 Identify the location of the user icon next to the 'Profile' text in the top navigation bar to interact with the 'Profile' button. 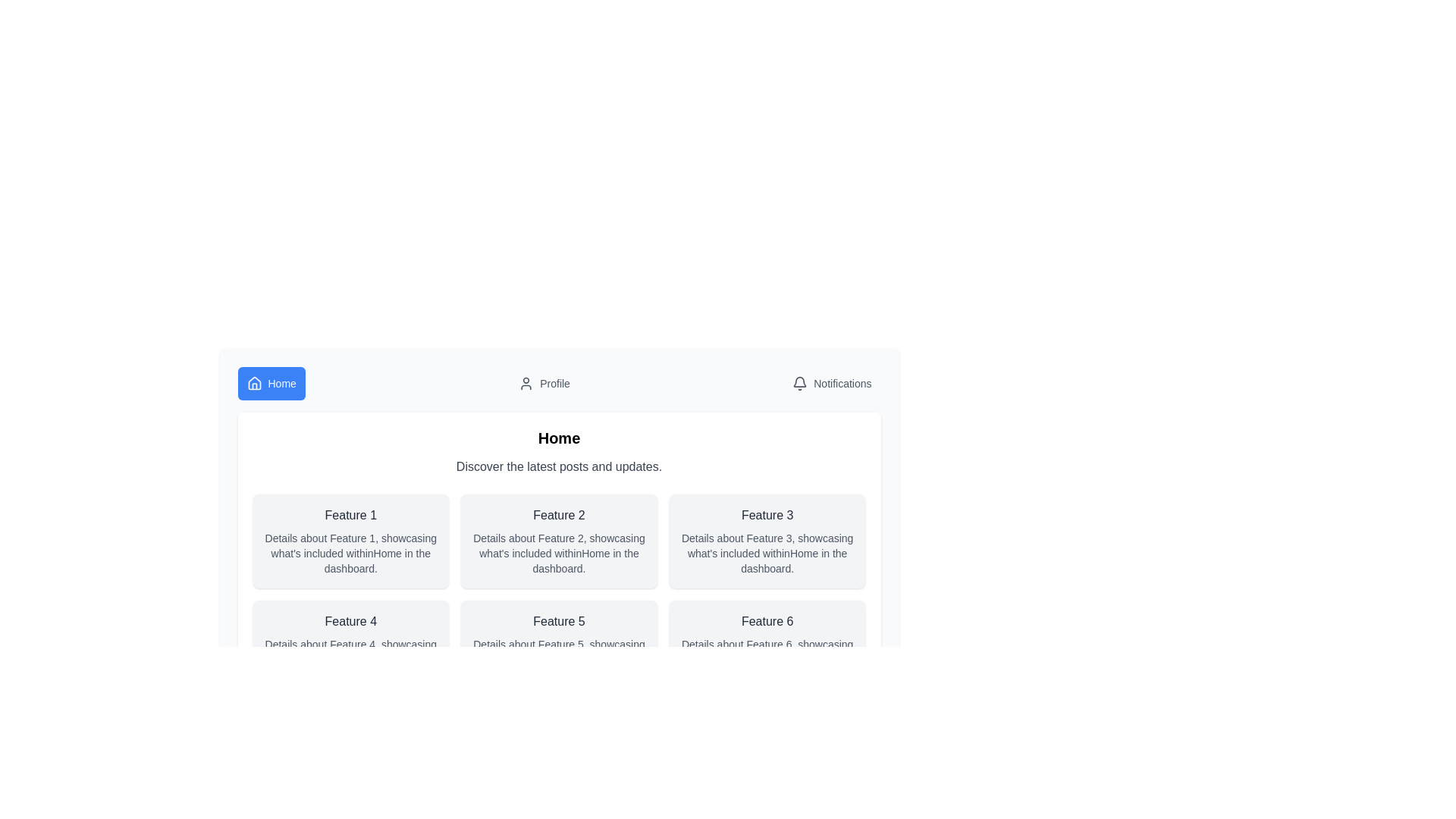
(526, 382).